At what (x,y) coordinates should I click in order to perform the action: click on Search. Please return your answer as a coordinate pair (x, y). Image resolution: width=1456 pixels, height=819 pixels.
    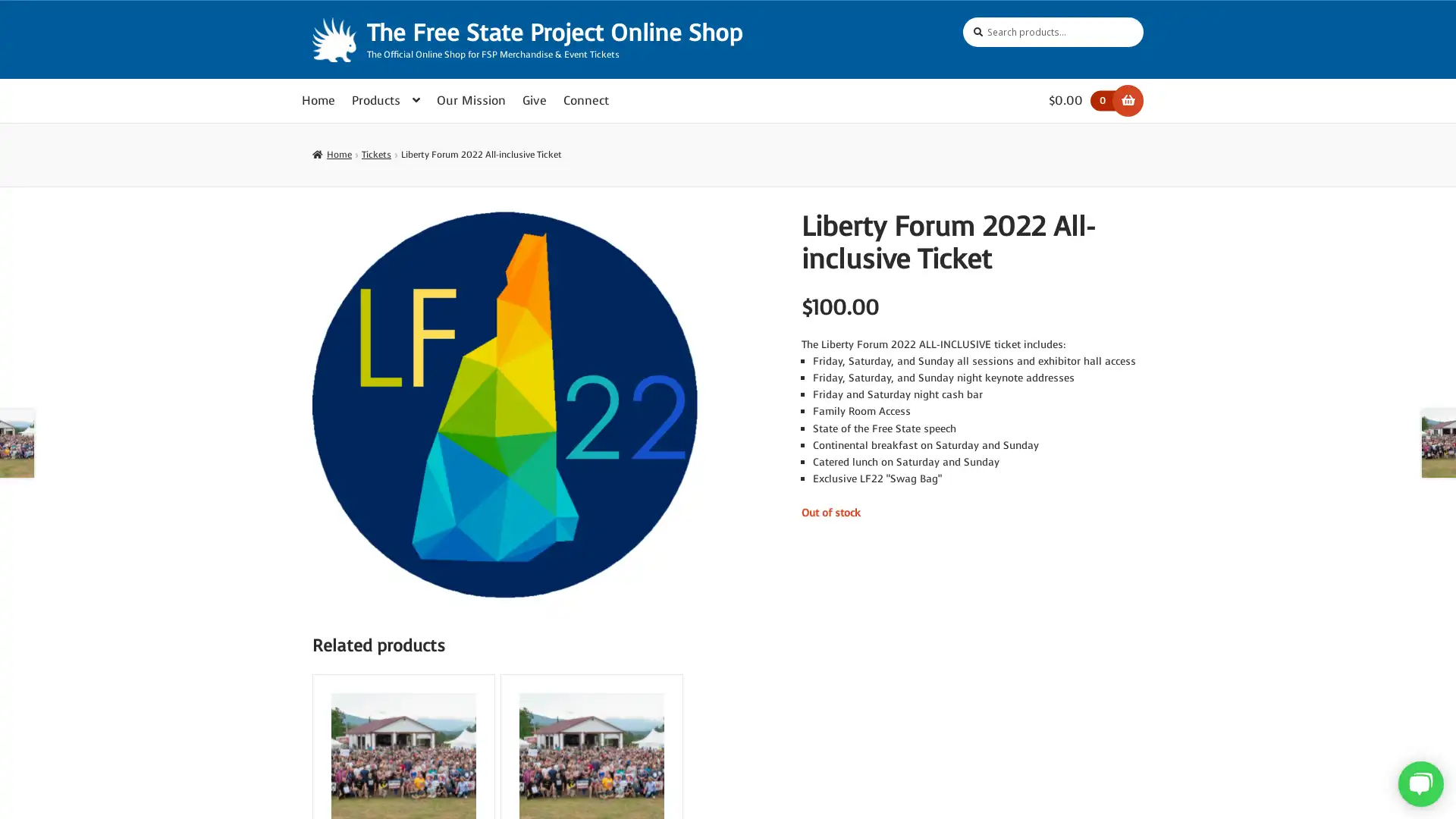
    Looking at the image, I should click on (962, 17).